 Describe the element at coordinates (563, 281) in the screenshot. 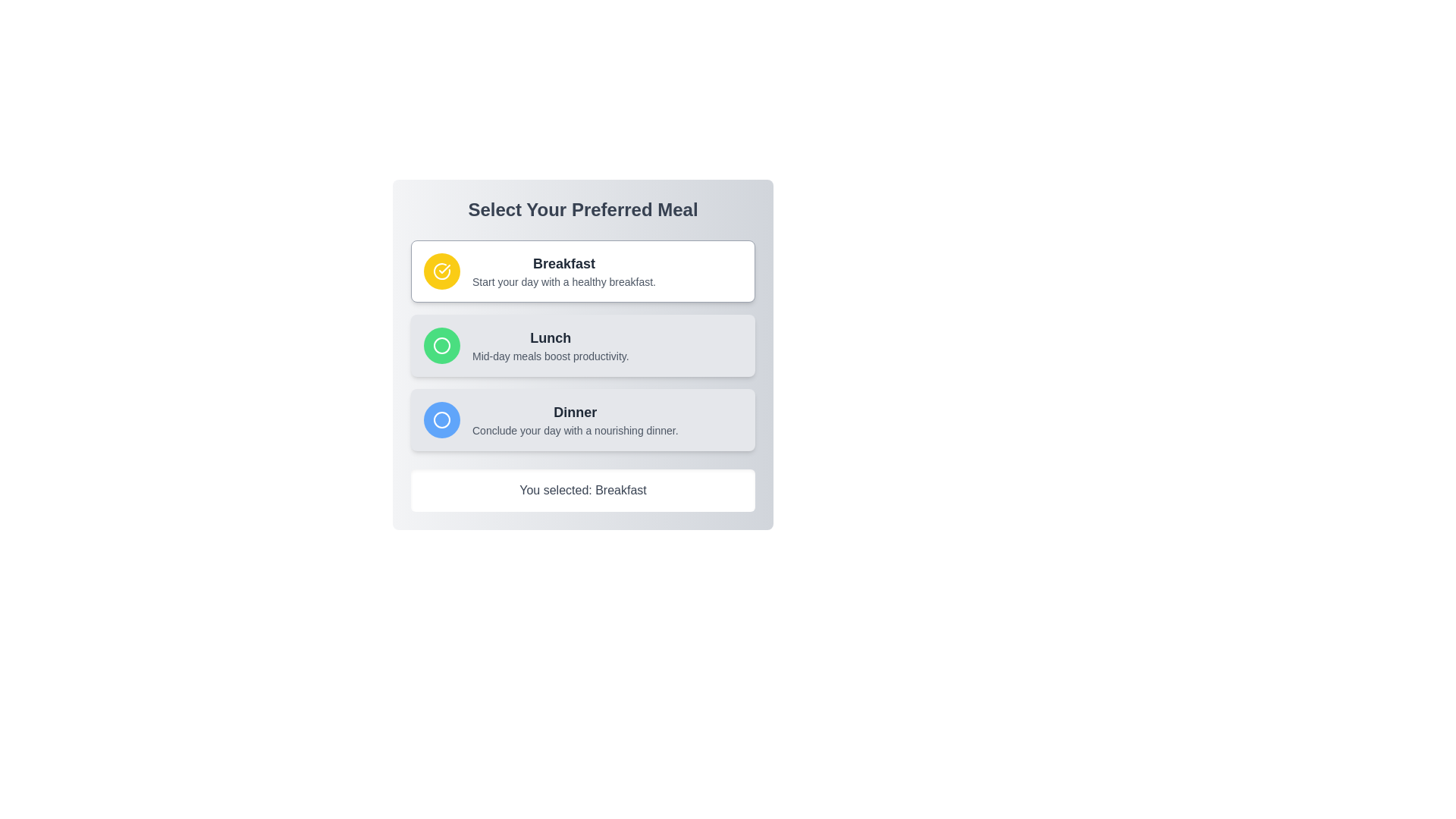

I see `the informational text label located beneath the 'Breakfast' option in the meal preferences card` at that location.